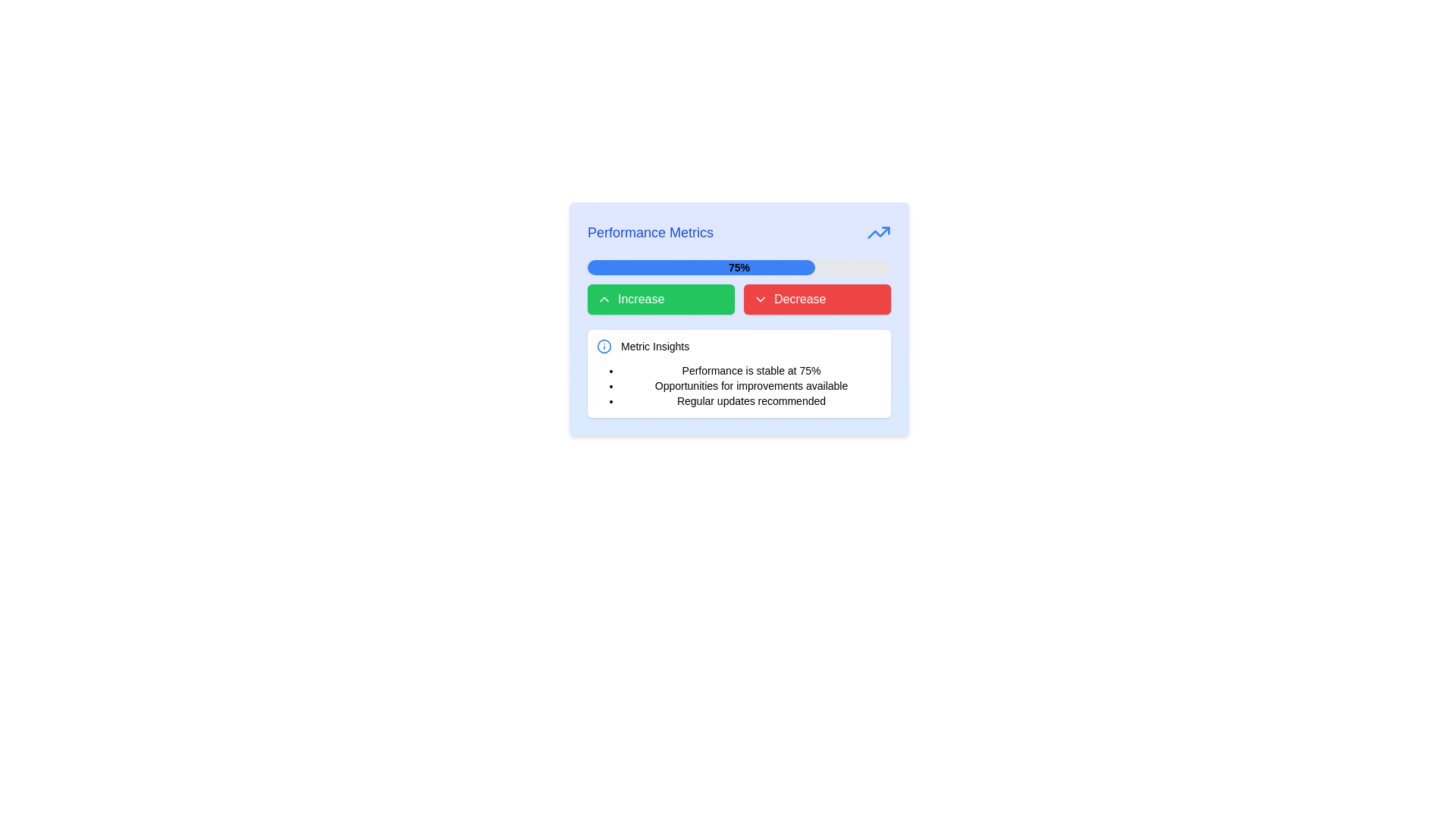 The width and height of the screenshot is (1456, 819). Describe the element at coordinates (751, 371) in the screenshot. I see `the first item in the bulleted list under the 'Metric Insights' section, which provides a performance assessment summary` at that location.